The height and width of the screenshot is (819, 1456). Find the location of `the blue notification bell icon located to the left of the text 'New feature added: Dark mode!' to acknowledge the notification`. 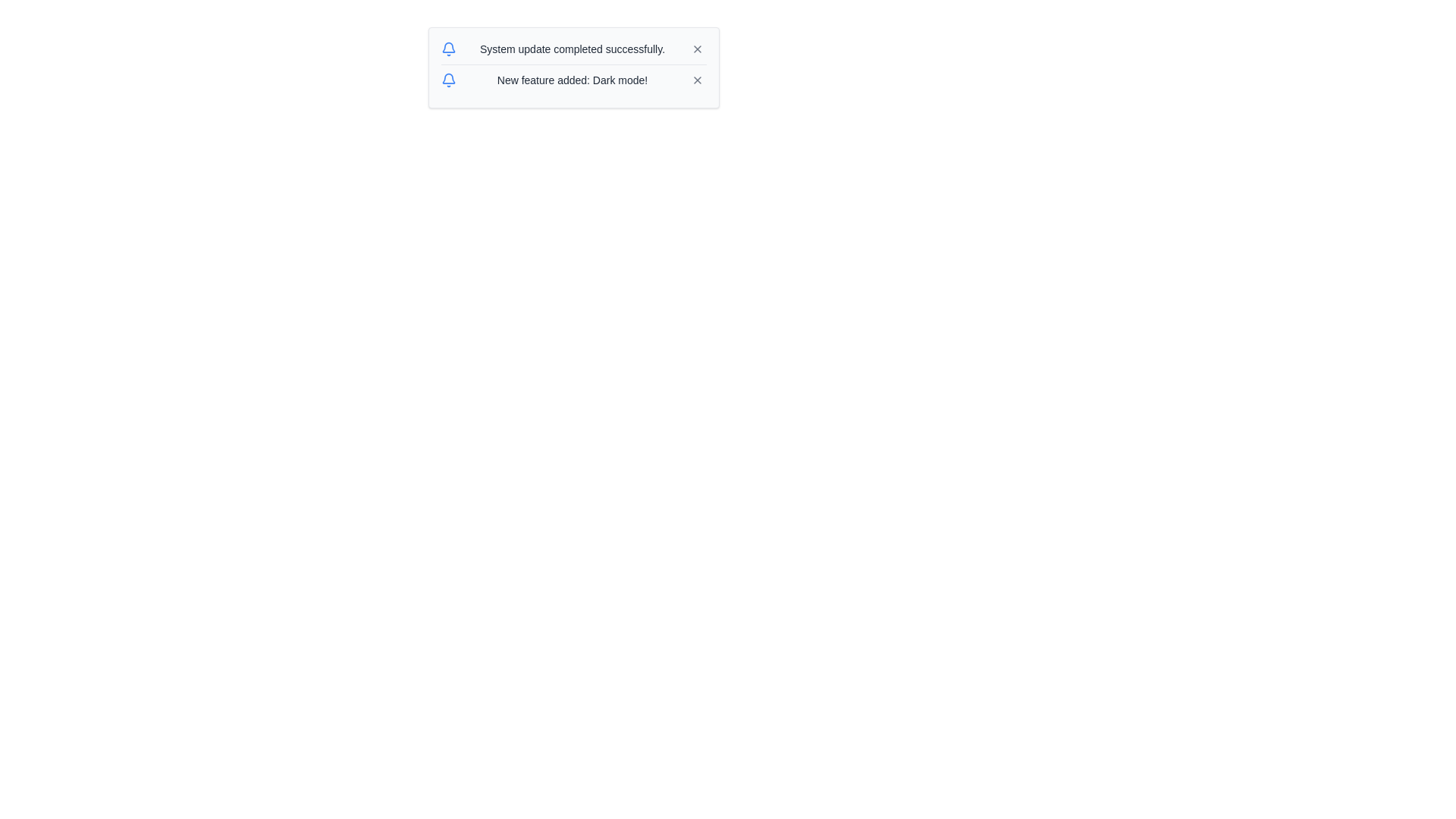

the blue notification bell icon located to the left of the text 'New feature added: Dark mode!' to acknowledge the notification is located at coordinates (447, 80).